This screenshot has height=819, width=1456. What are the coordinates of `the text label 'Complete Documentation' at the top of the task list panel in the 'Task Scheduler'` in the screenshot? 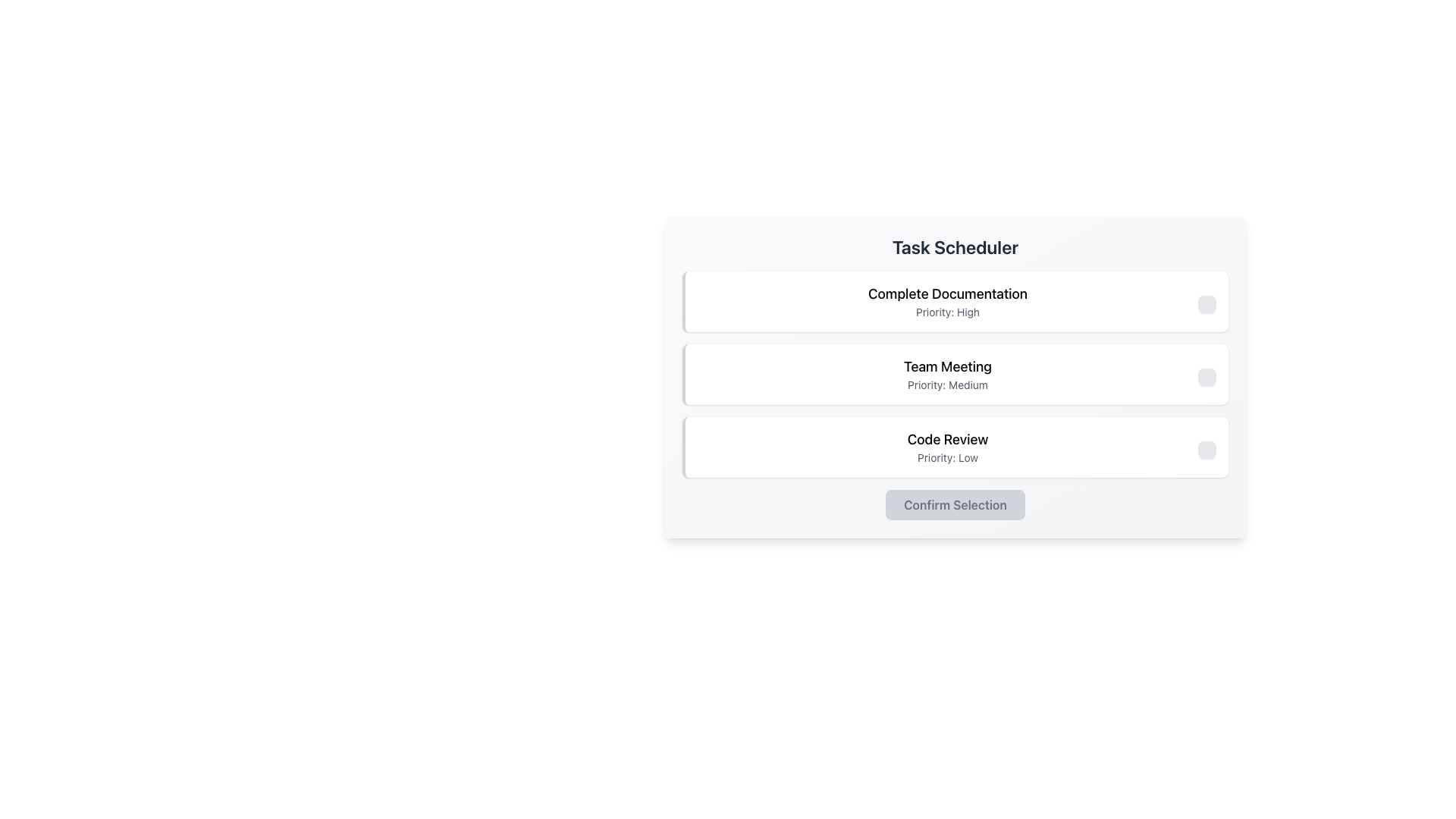 It's located at (946, 294).